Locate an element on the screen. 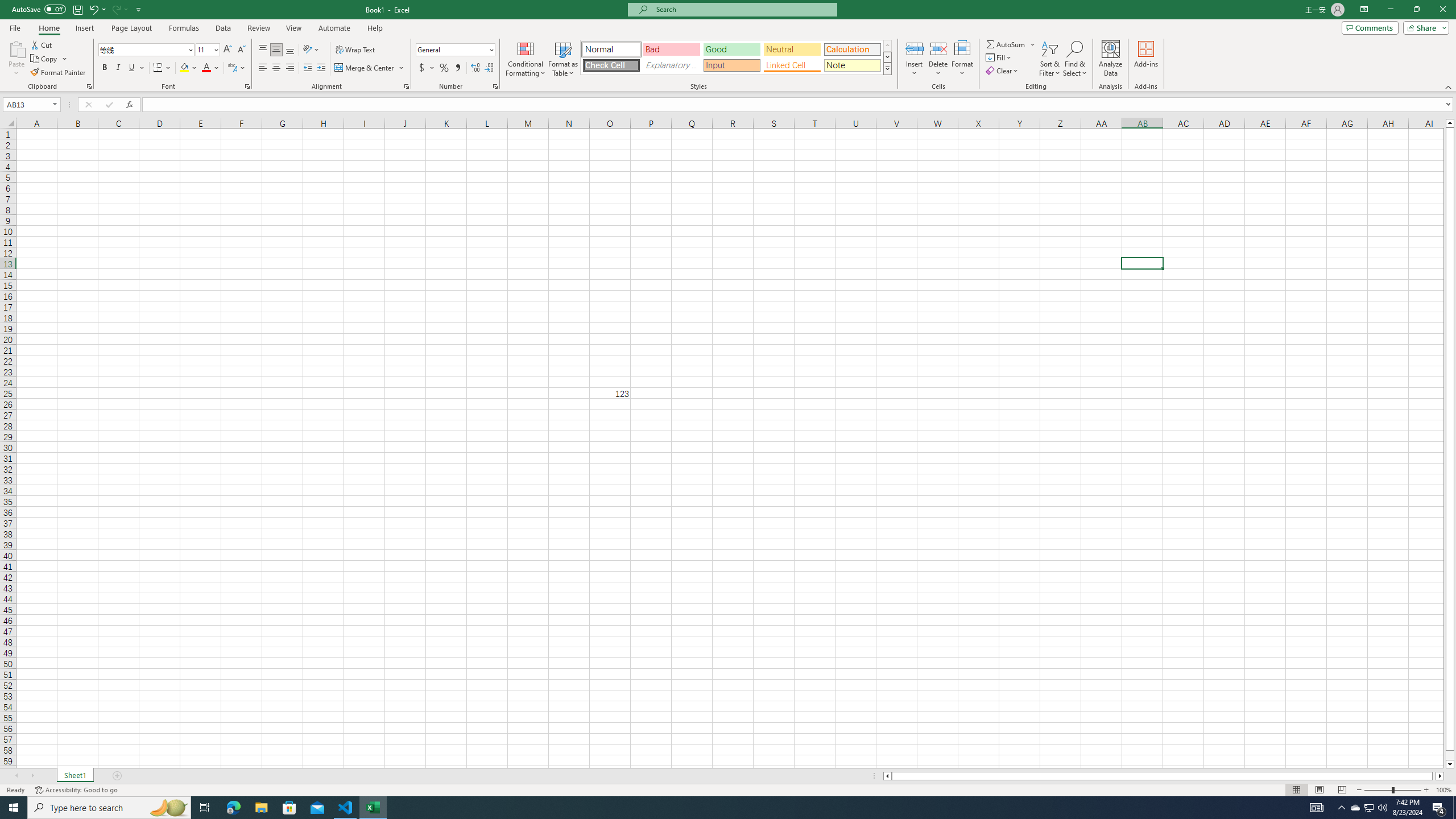  'Paste' is located at coordinates (16, 59).